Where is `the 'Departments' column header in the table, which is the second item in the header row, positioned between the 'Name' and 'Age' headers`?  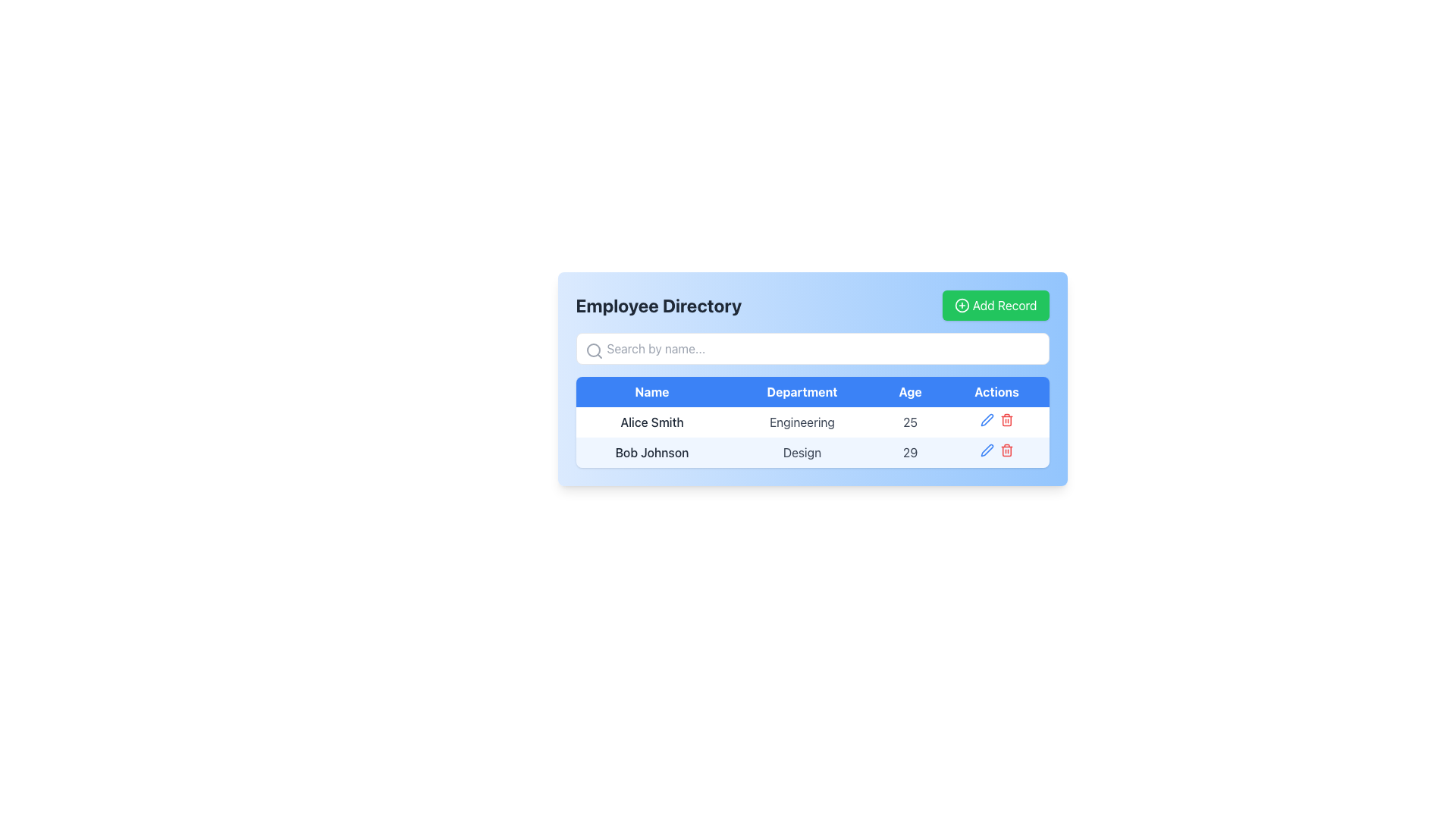
the 'Departments' column header in the table, which is the second item in the header row, positioned between the 'Name' and 'Age' headers is located at coordinates (801, 391).